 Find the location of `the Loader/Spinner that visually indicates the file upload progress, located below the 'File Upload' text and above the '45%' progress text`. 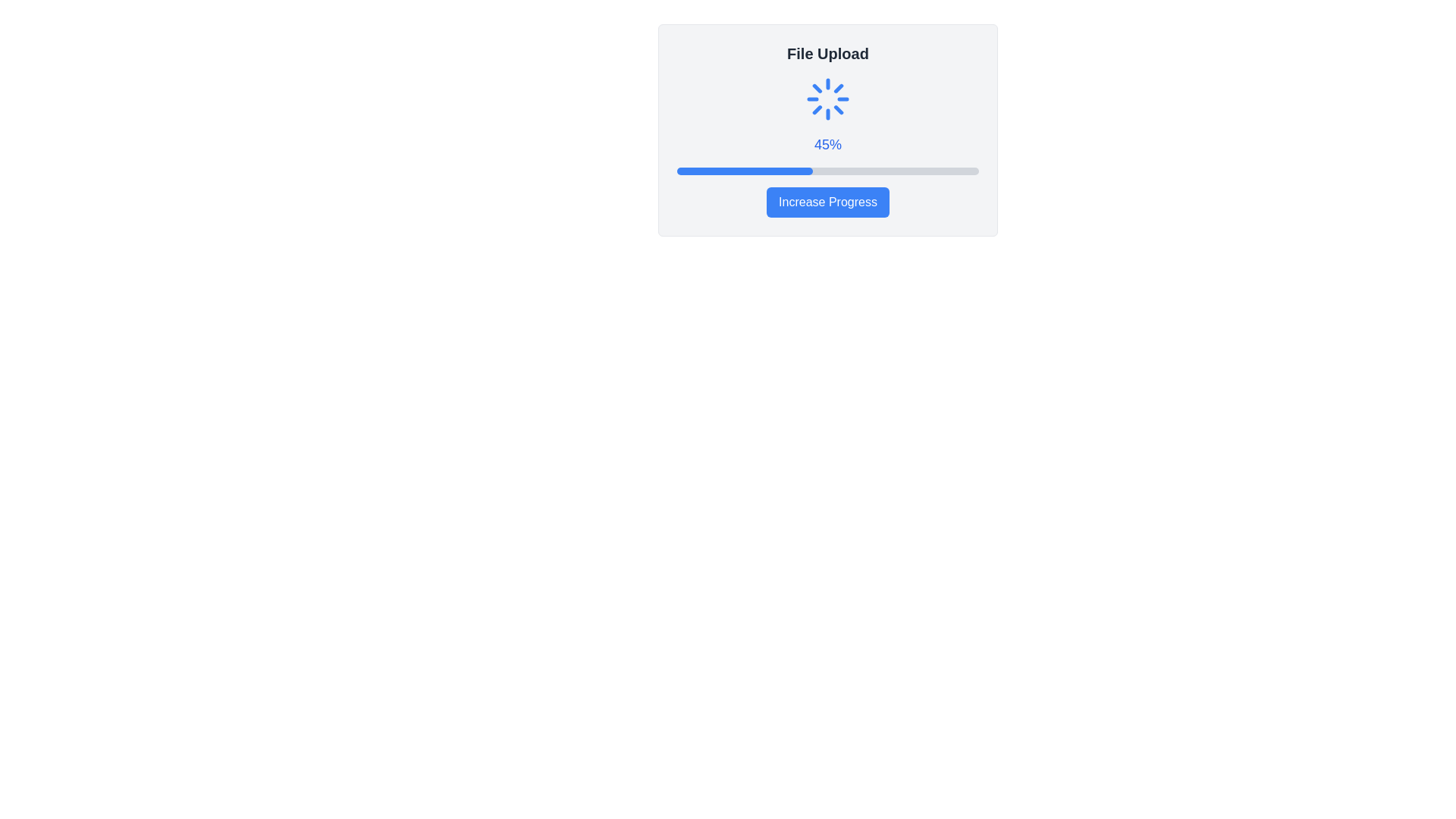

the Loader/Spinner that visually indicates the file upload progress, located below the 'File Upload' text and above the '45%' progress text is located at coordinates (827, 99).